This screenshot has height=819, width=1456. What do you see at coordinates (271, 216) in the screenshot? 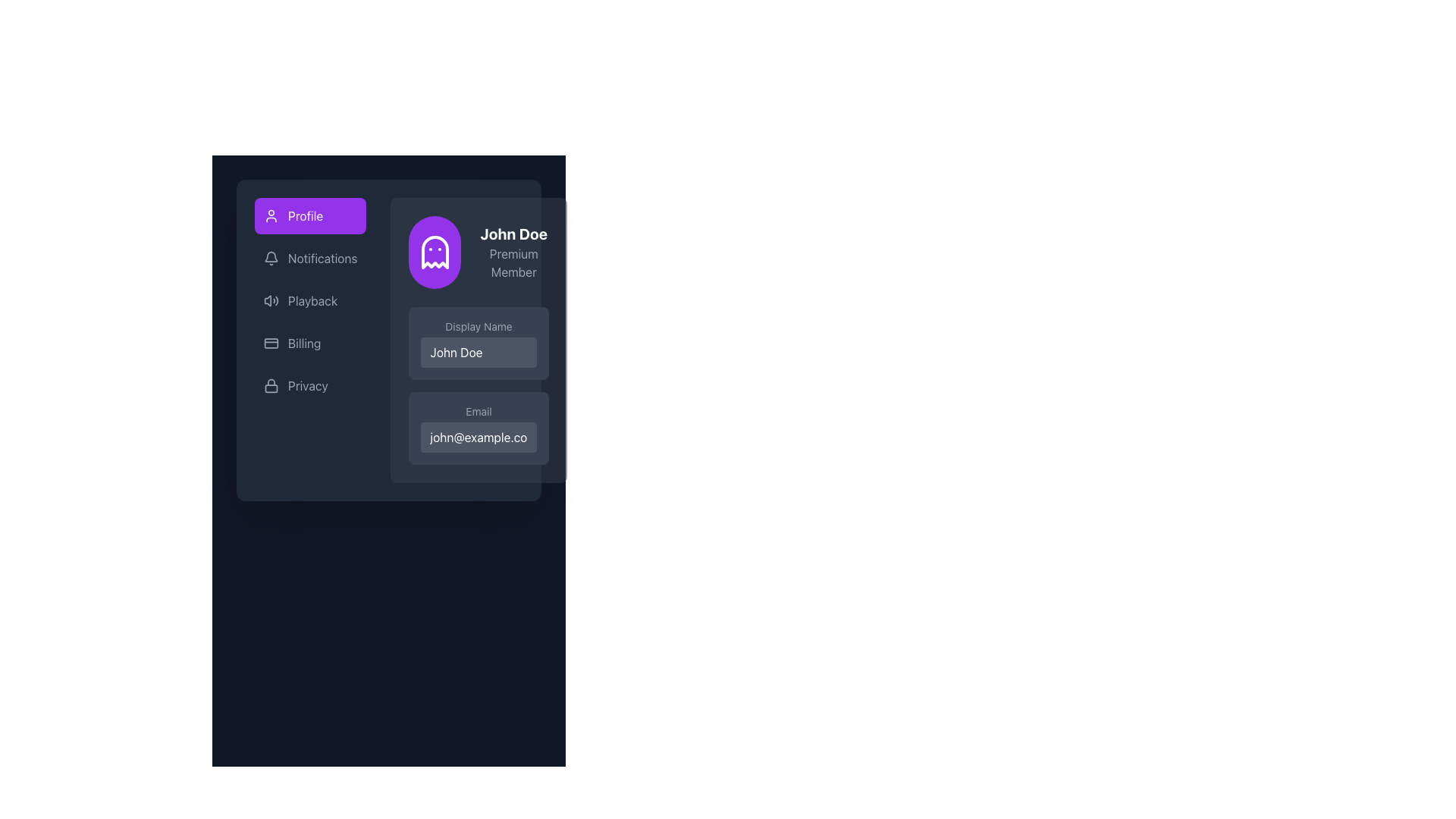
I see `the appearance of the circular user icon in line art style, located at the beginning of the 'Profile' button with a purple background` at bounding box center [271, 216].